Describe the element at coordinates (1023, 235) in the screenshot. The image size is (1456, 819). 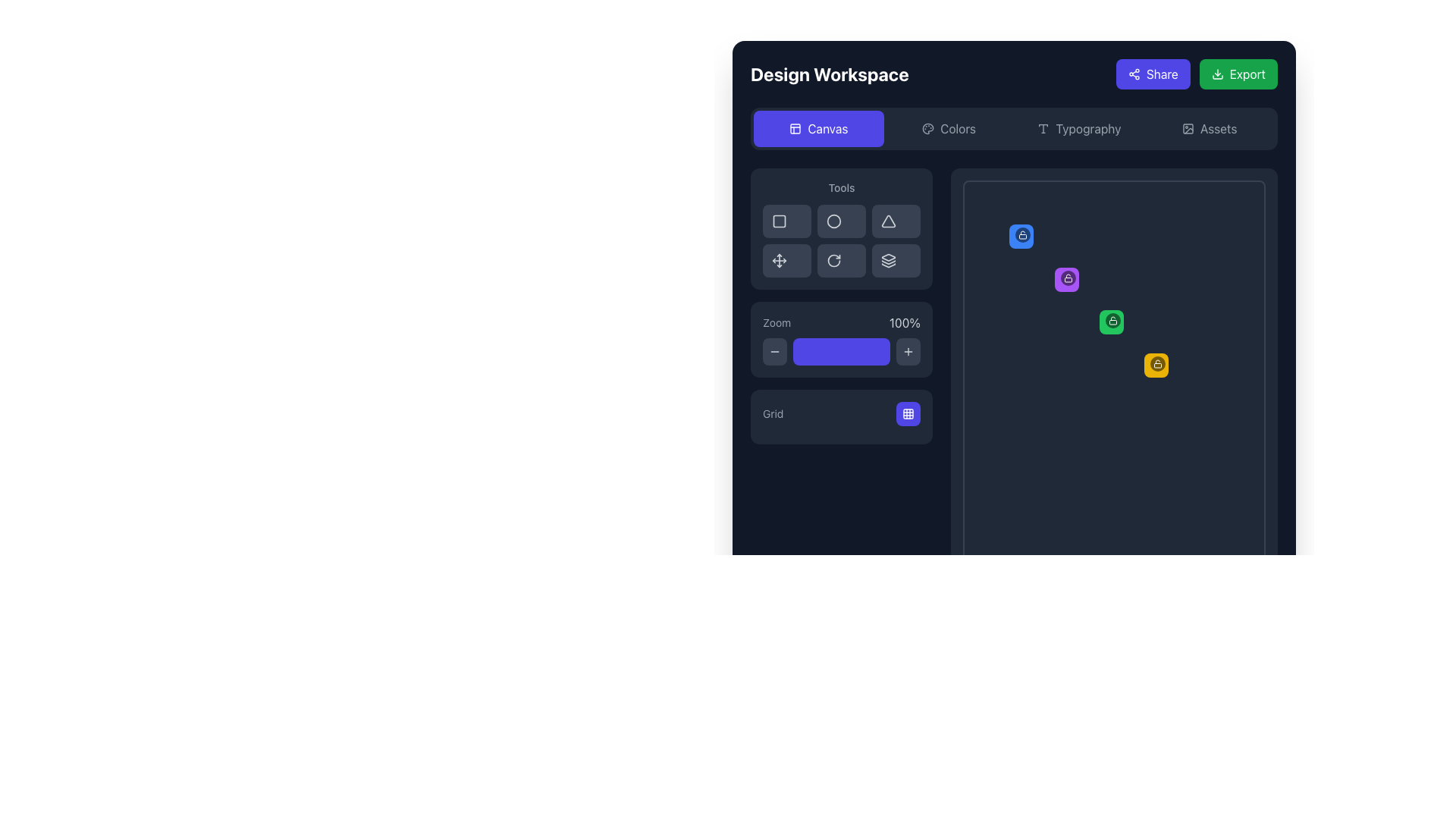
I see `the lock/unlock icon at the top-right corner of the interface` at that location.